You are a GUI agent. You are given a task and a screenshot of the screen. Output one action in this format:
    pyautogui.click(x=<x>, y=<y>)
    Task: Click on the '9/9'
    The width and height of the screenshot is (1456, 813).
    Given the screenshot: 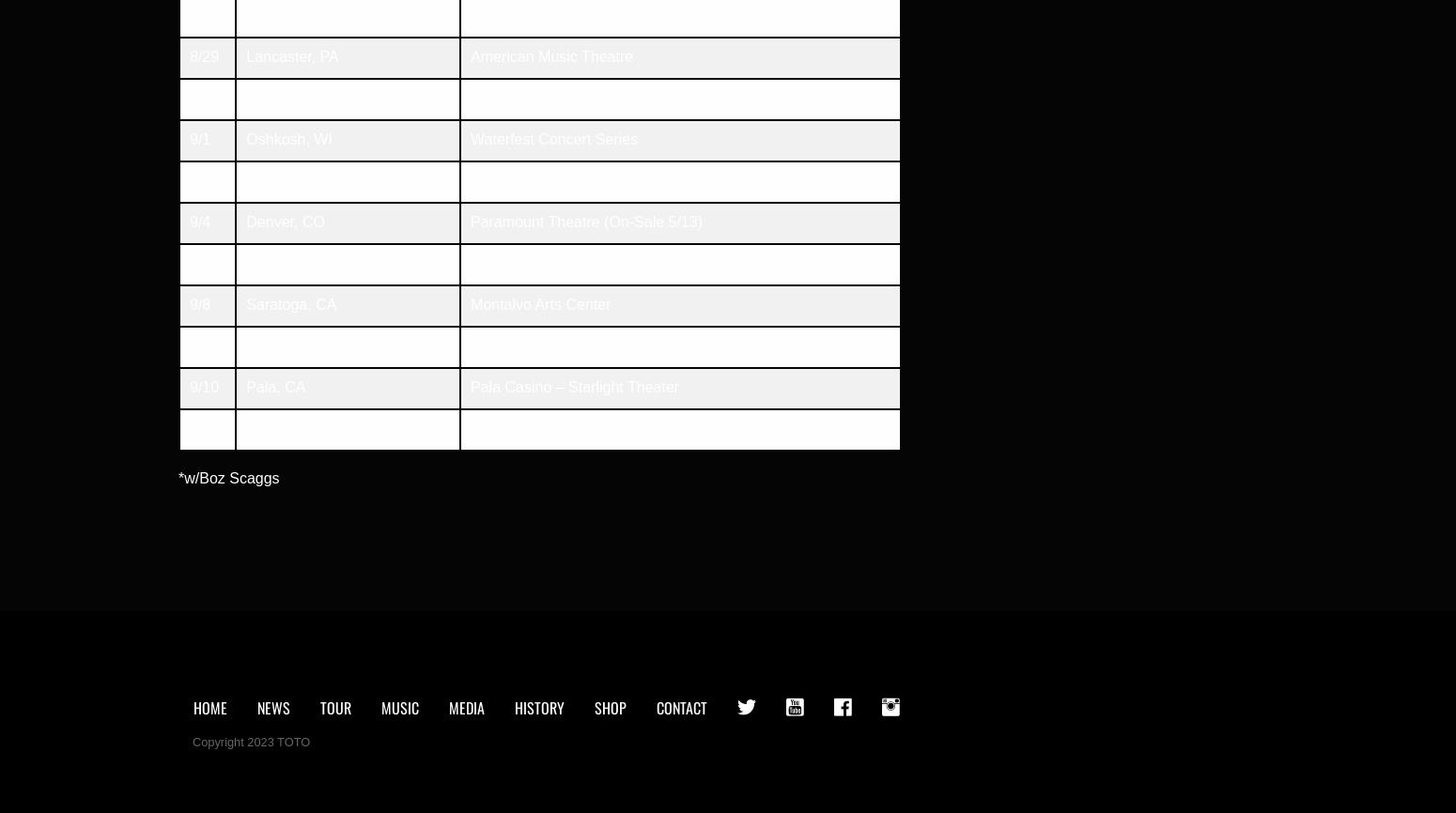 What is the action you would take?
    pyautogui.click(x=198, y=345)
    